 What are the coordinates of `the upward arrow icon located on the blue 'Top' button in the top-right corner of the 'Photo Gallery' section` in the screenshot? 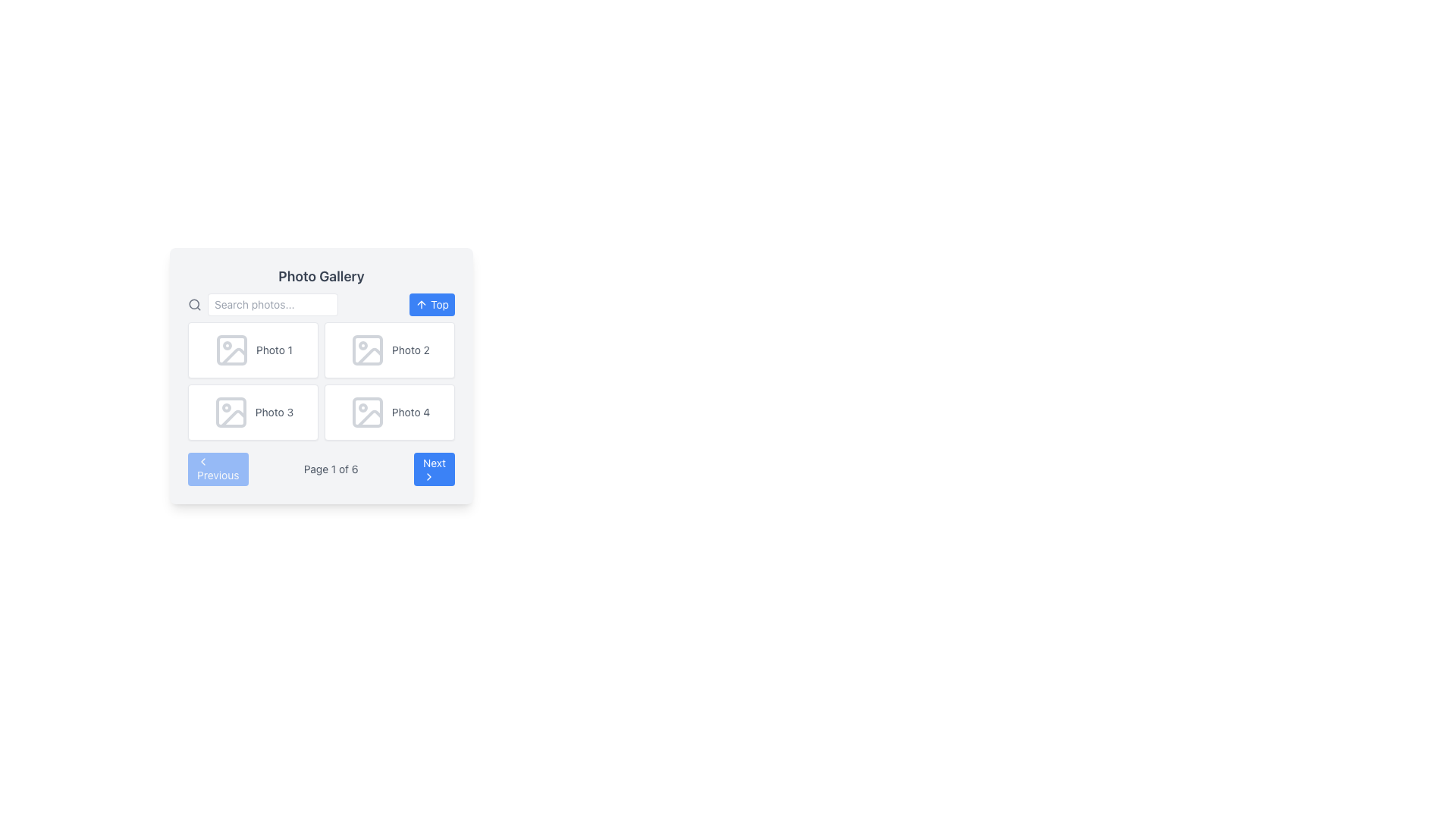 It's located at (422, 304).